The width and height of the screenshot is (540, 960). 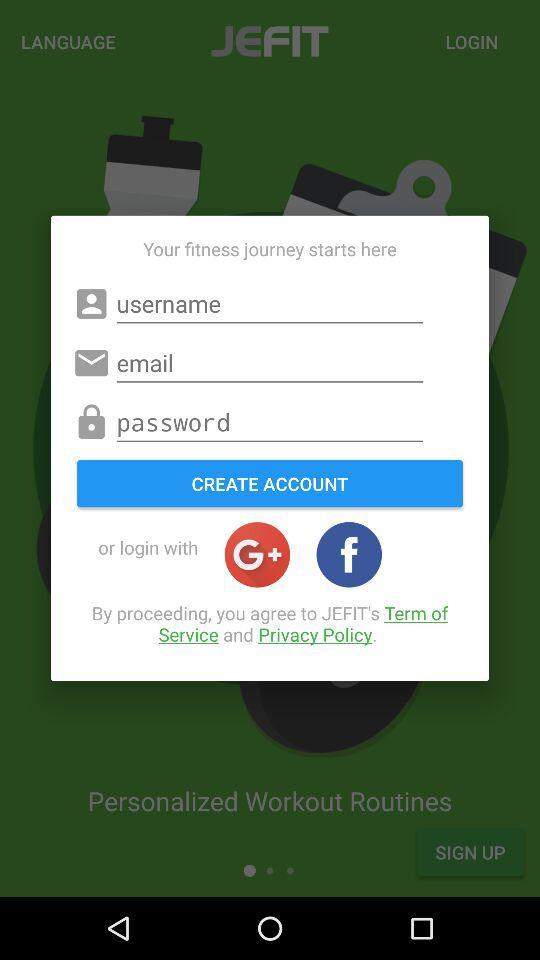 What do you see at coordinates (257, 554) in the screenshot?
I see `google key` at bounding box center [257, 554].